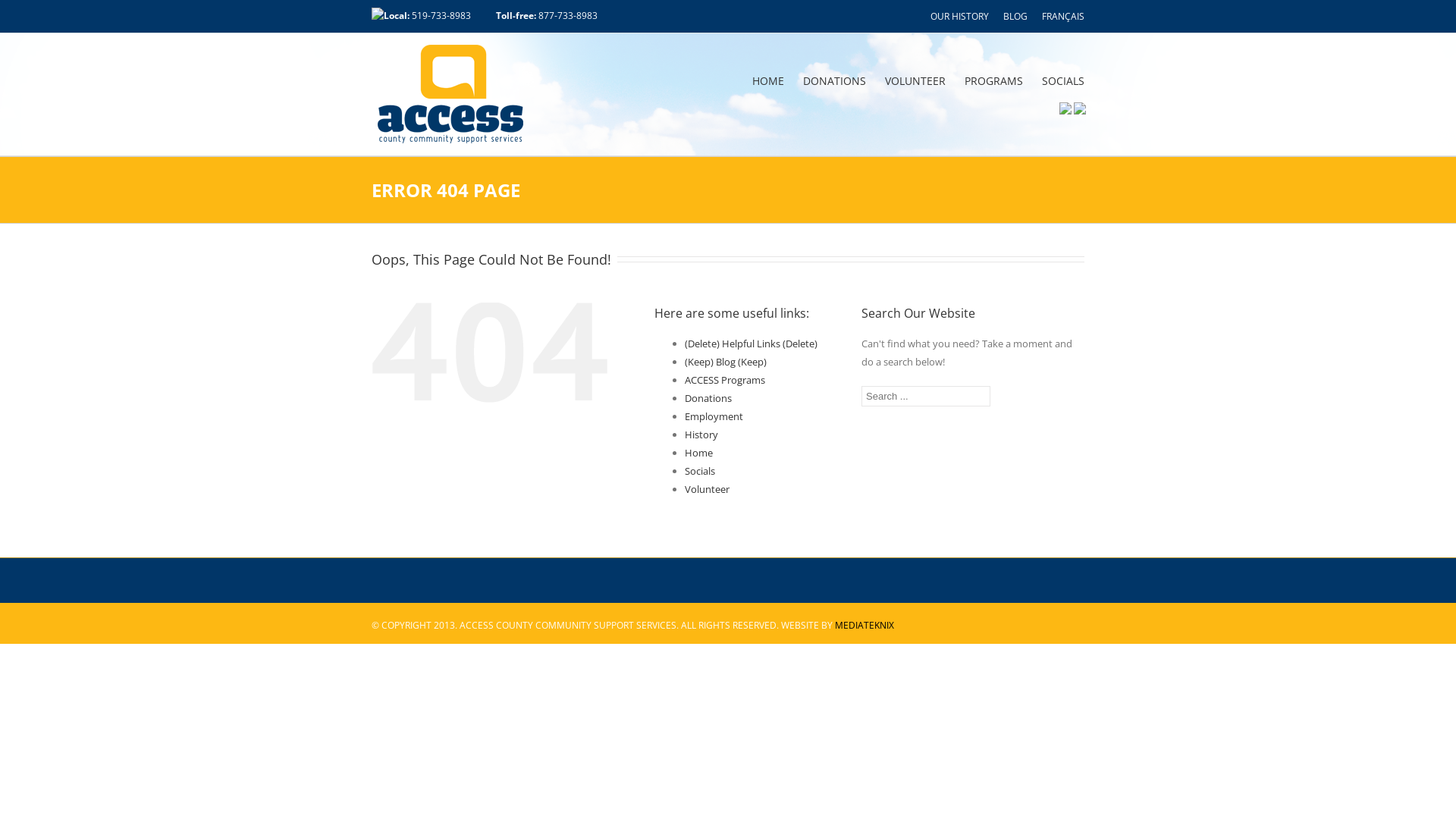  Describe the element at coordinates (683, 416) in the screenshot. I see `'Employment'` at that location.